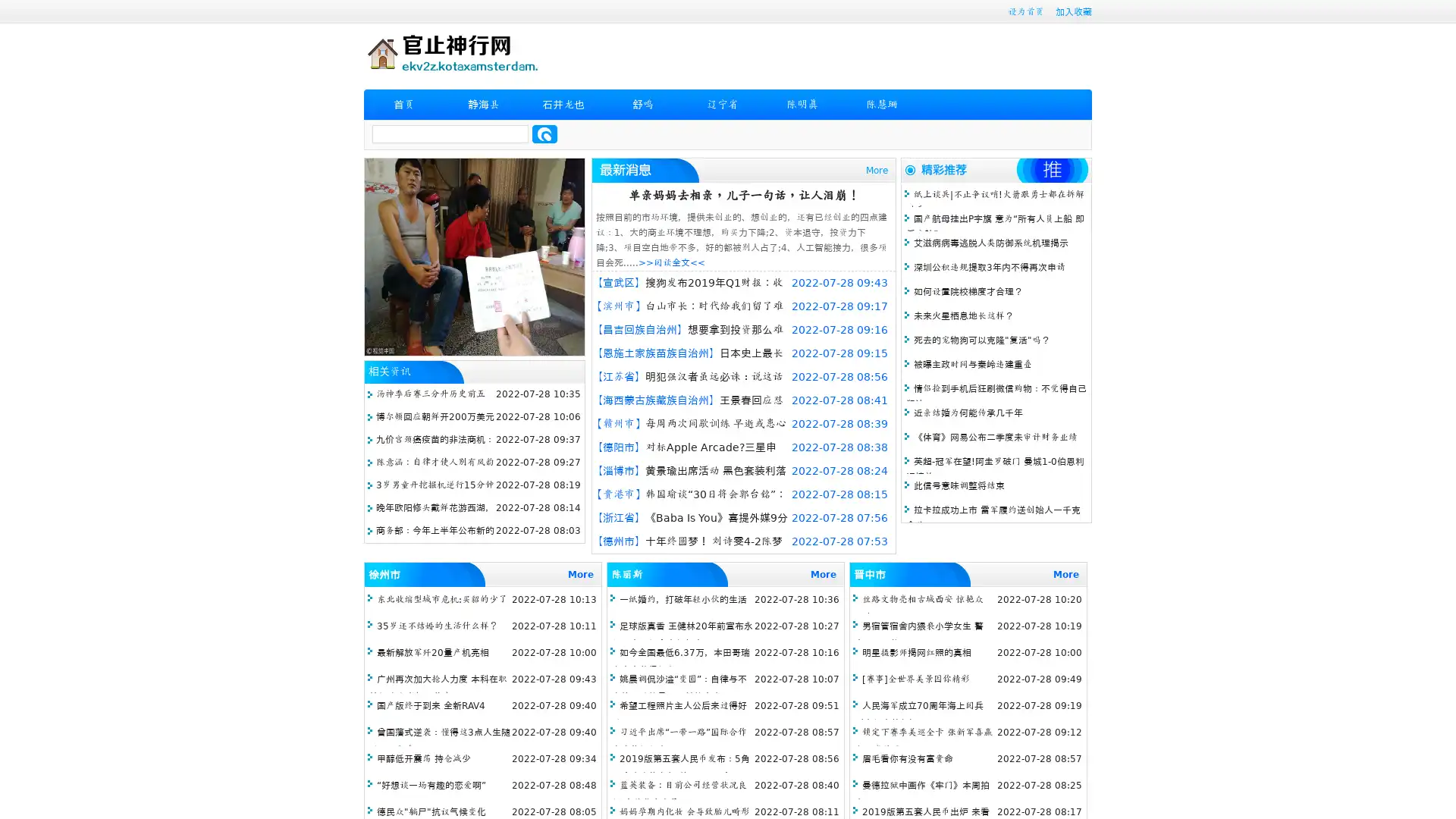  I want to click on Search, so click(544, 133).